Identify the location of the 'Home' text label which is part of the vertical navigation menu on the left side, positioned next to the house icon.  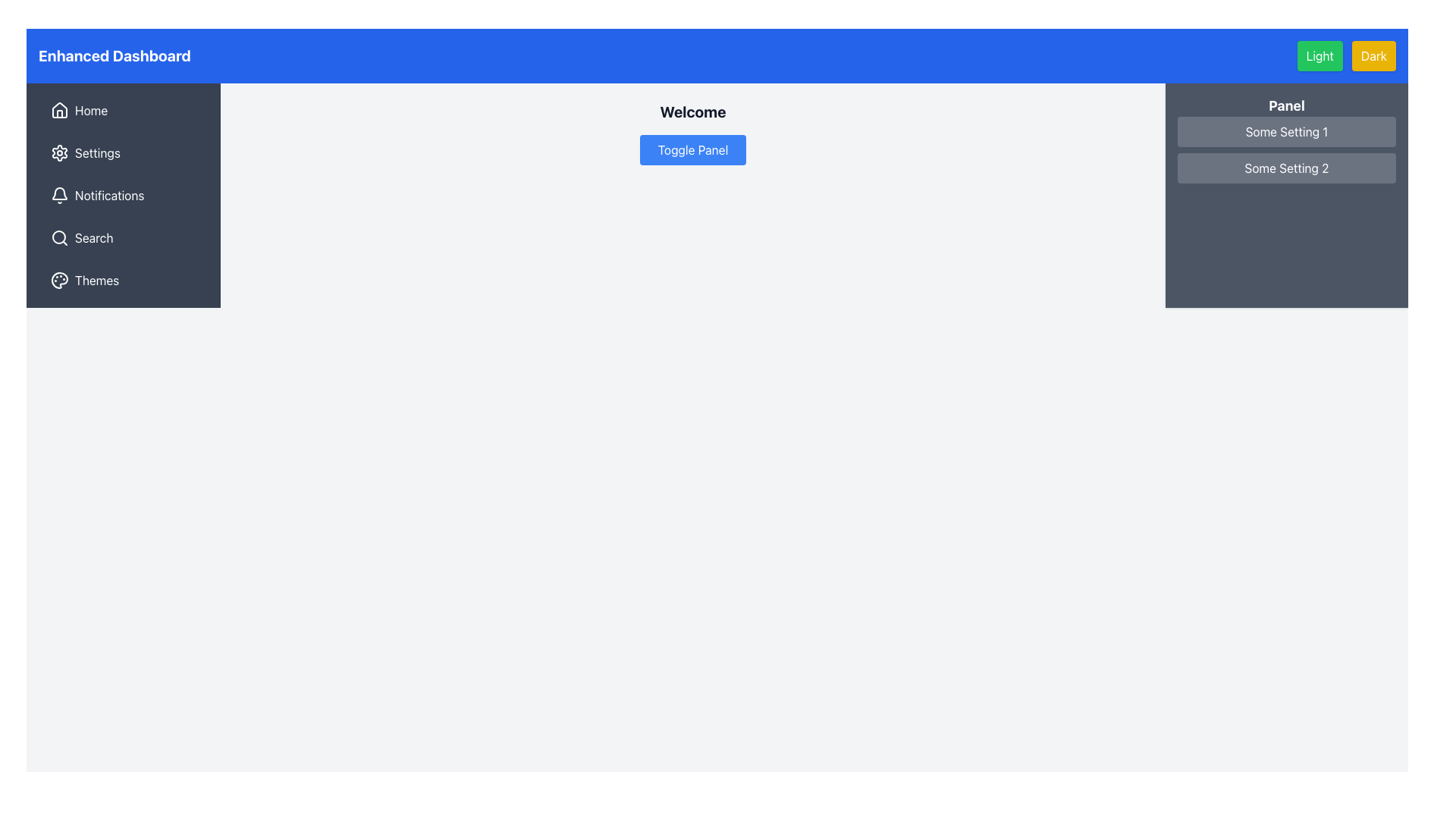
(90, 110).